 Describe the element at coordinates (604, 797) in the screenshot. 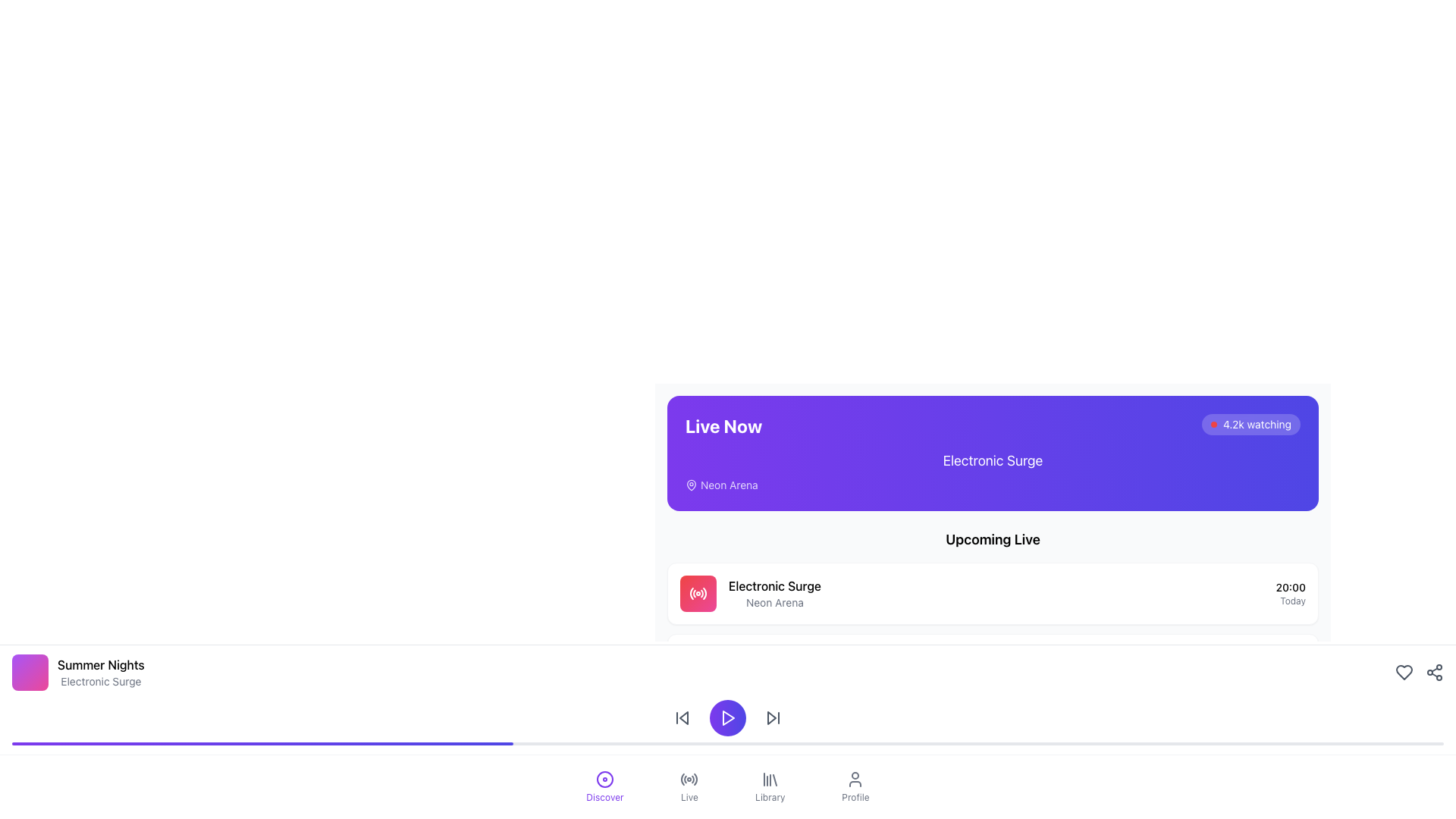

I see `the 'Discover' text label, which is a small purple font label located below a circular icon in the navigation bar at the bottom of the interface` at that location.